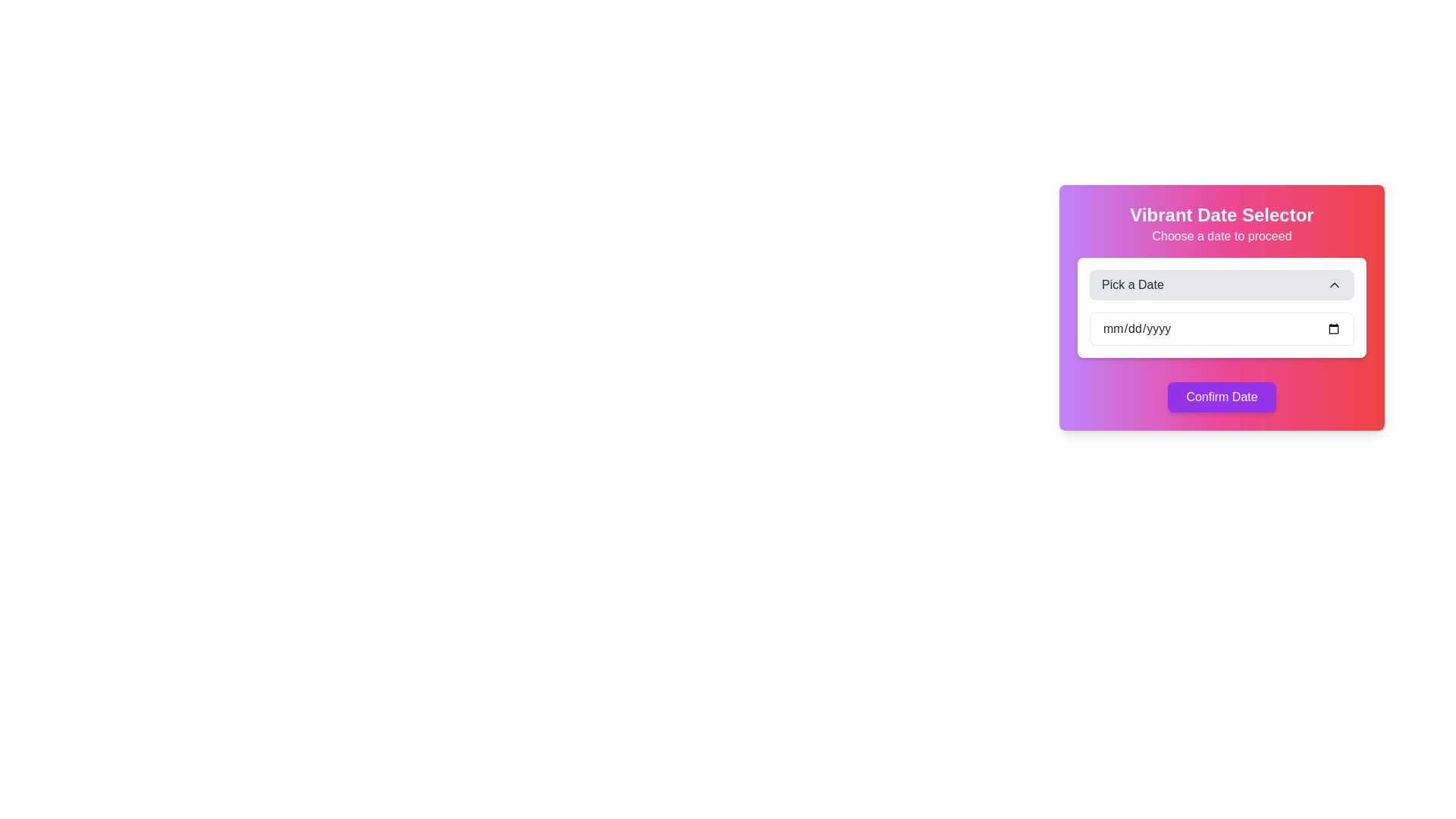 The width and height of the screenshot is (1456, 819). I want to click on the upward-pointing chevron icon button located at the rightmost end of the 'Pick a Date' selection interface, so click(1335, 284).